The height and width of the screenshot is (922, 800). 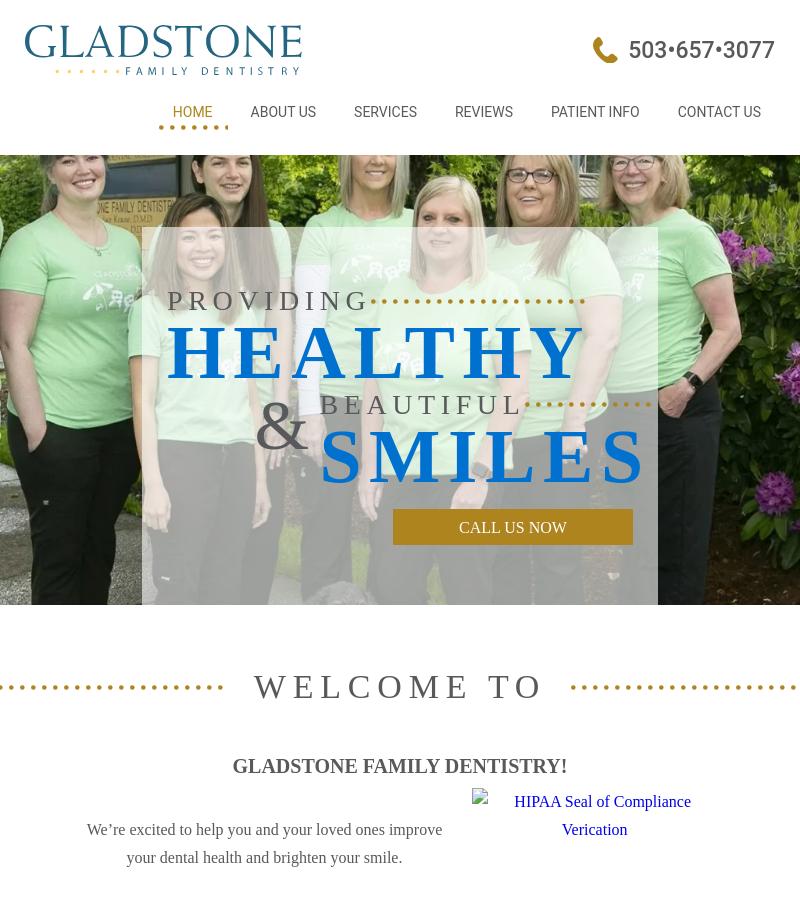 I want to click on 'Schedule Online', so click(x=700, y=146).